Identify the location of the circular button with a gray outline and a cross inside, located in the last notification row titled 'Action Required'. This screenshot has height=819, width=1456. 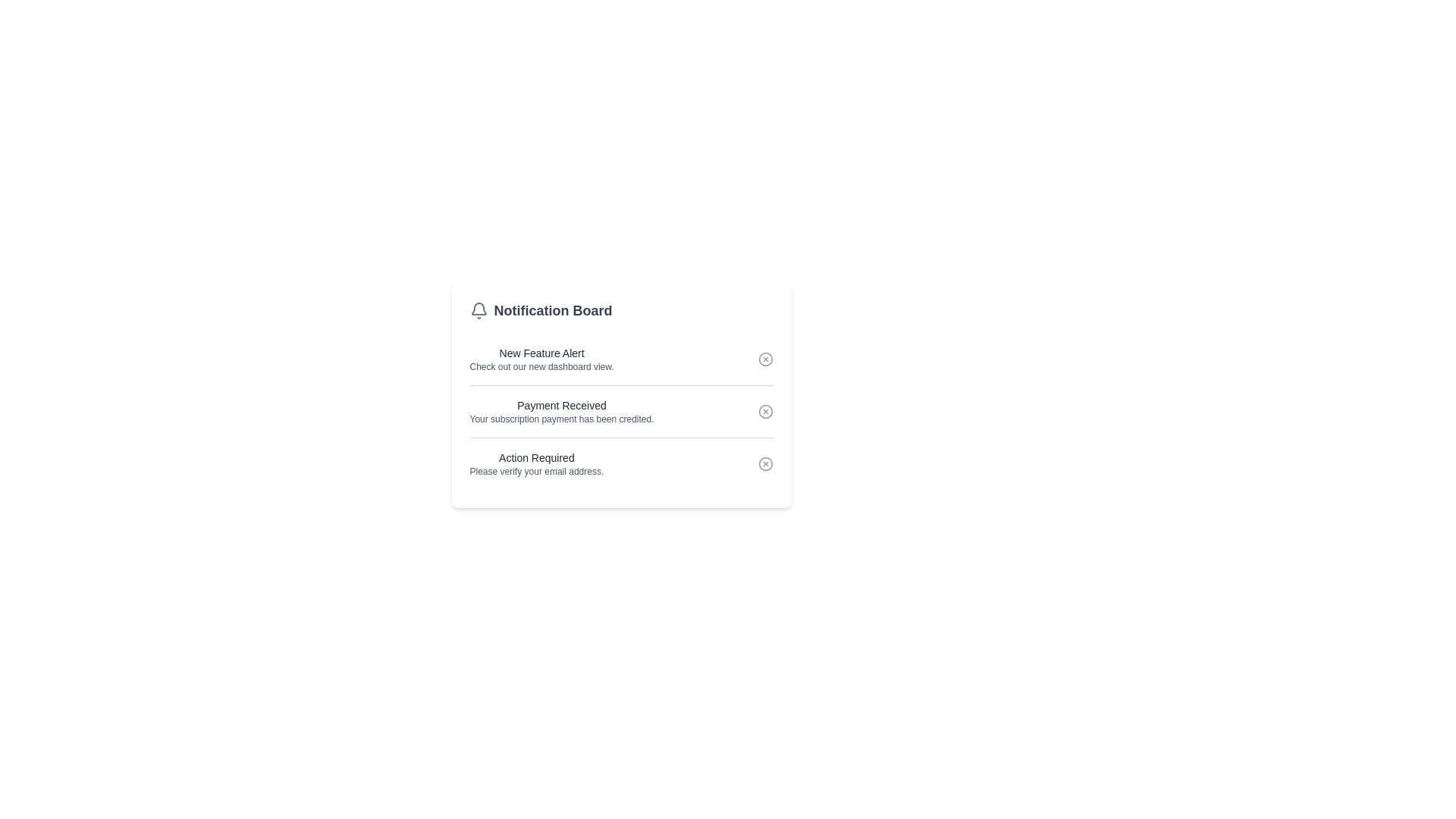
(765, 463).